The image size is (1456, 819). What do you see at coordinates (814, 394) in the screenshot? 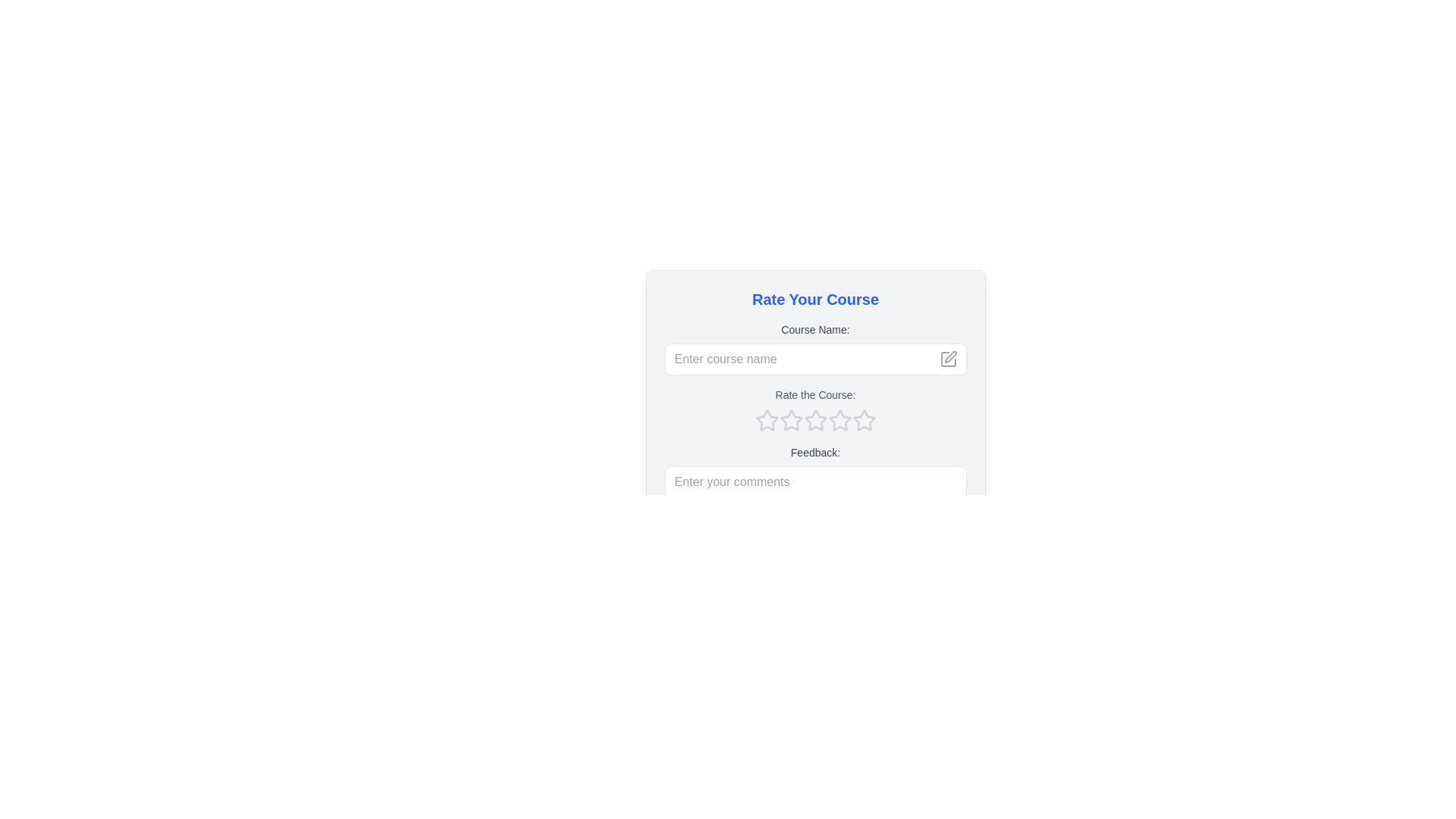
I see `the text label displaying 'Rate the Course:' which is located between the 'Course Name:' label and the star rating selector in the 'Rate Your Course' panel` at bounding box center [814, 394].